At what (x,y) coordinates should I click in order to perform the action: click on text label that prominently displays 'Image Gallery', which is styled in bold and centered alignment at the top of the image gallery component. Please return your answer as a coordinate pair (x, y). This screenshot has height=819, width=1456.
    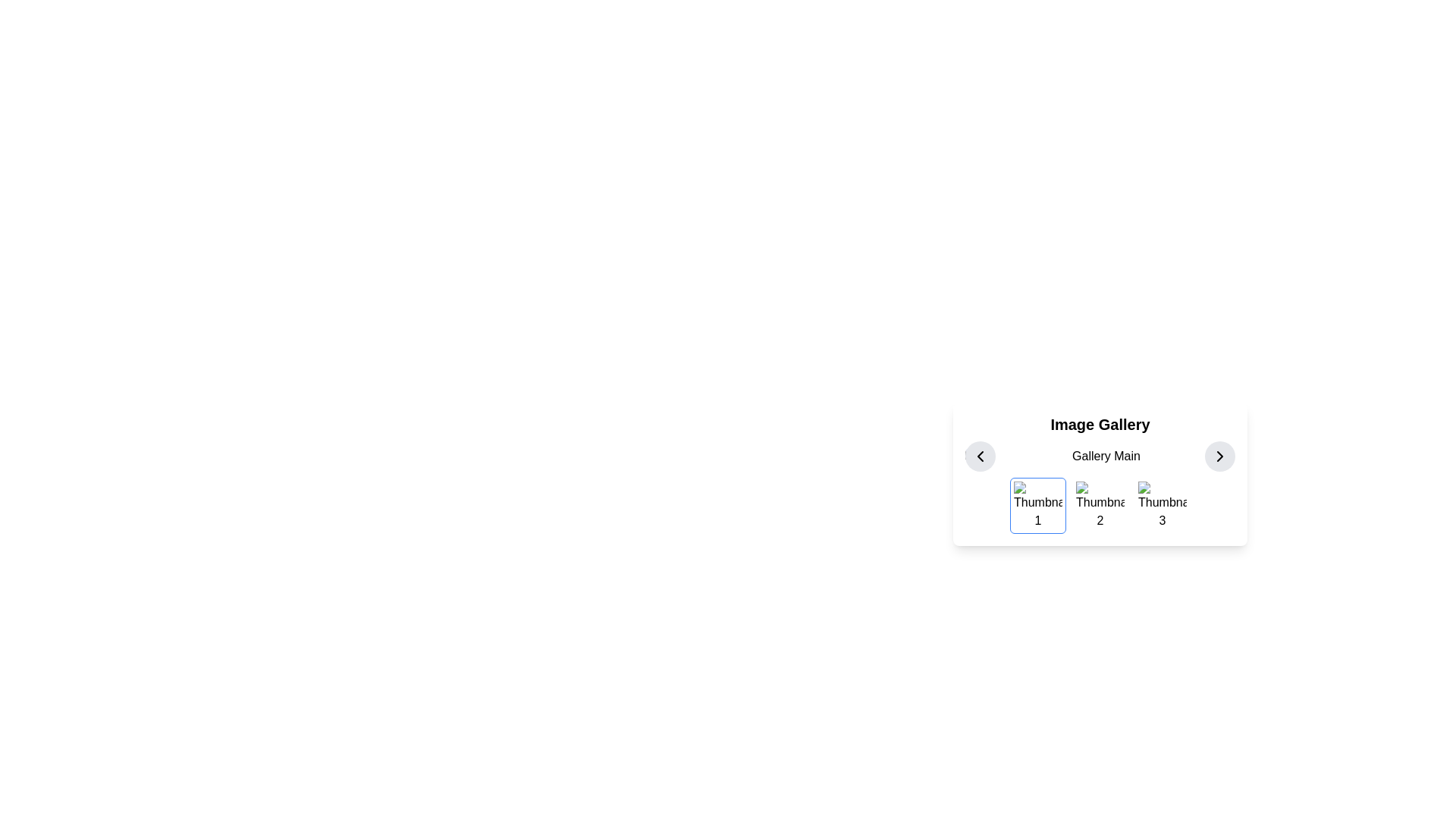
    Looking at the image, I should click on (1100, 424).